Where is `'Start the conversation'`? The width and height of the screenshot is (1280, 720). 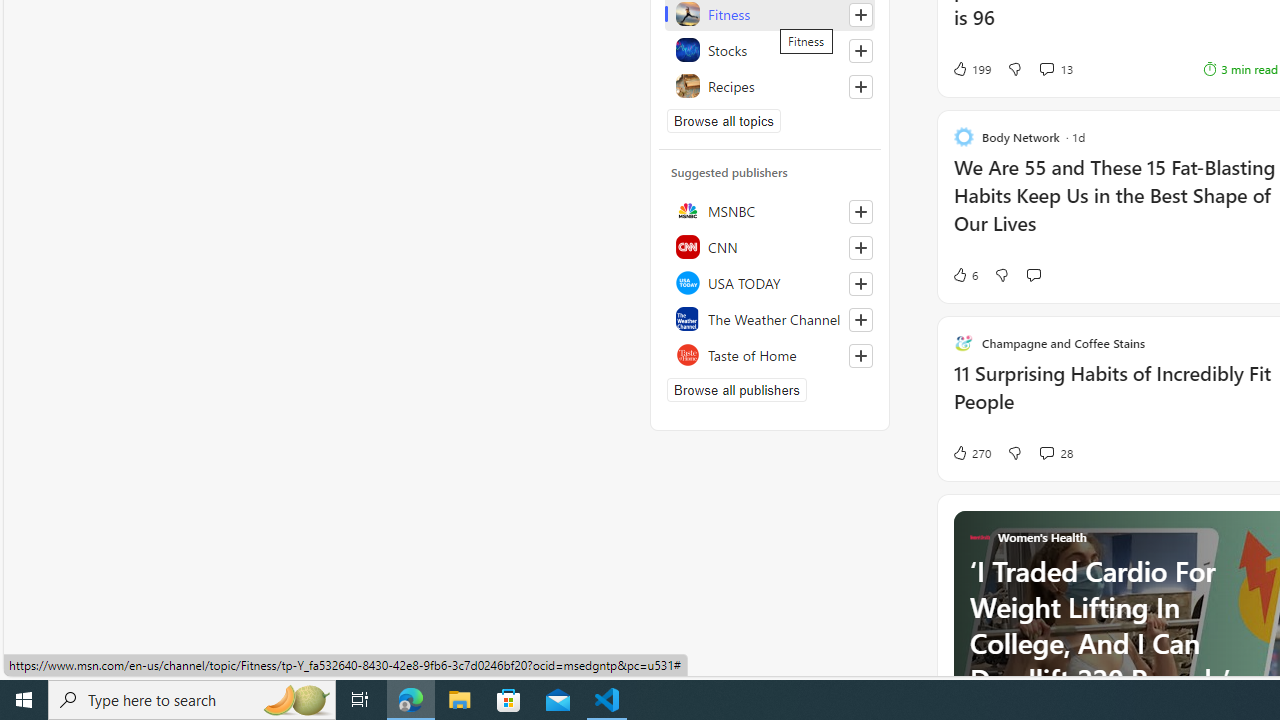
'Start the conversation' is located at coordinates (1033, 275).